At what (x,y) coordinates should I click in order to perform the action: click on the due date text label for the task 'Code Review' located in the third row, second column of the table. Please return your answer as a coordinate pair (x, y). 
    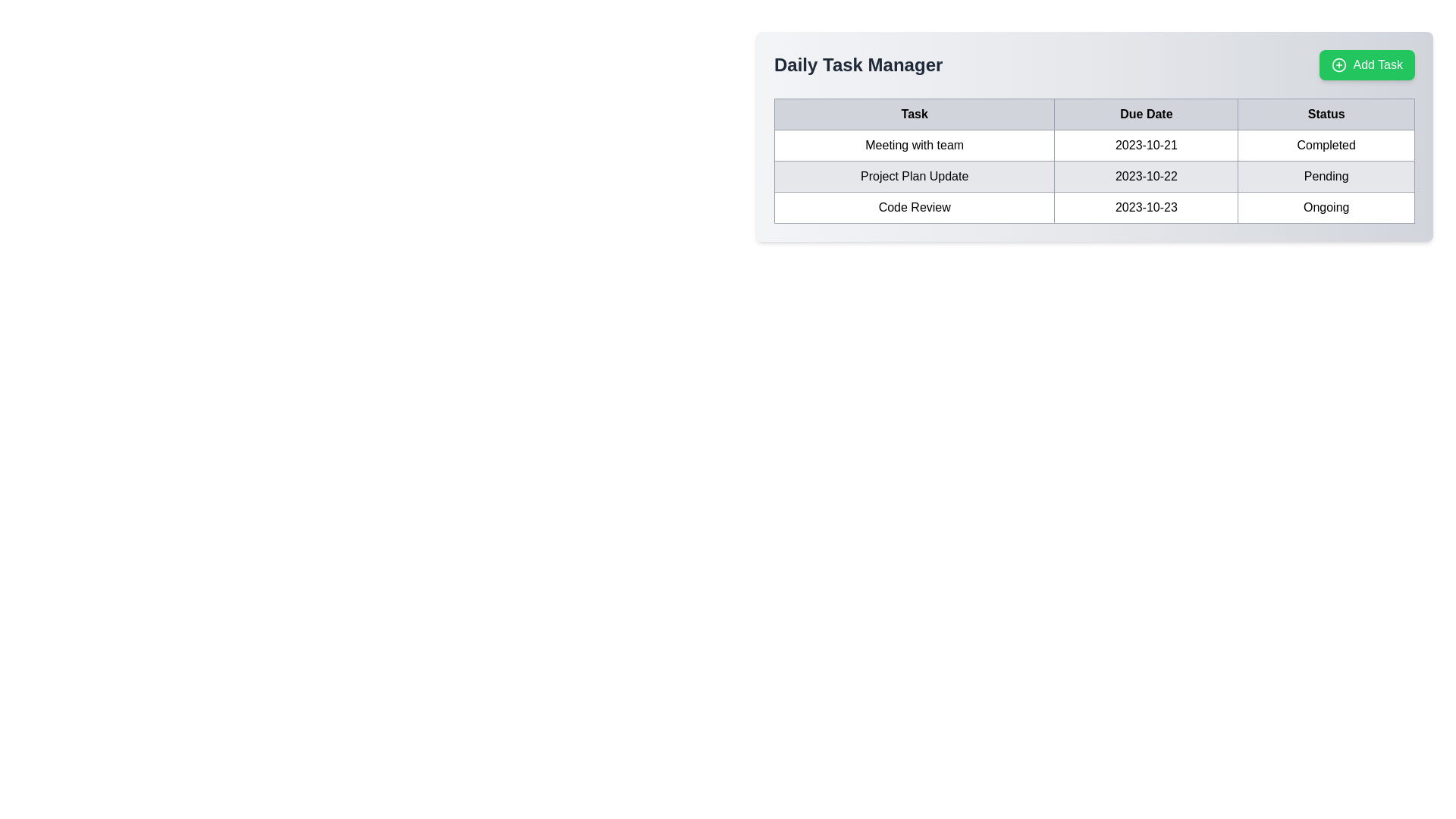
    Looking at the image, I should click on (1146, 207).